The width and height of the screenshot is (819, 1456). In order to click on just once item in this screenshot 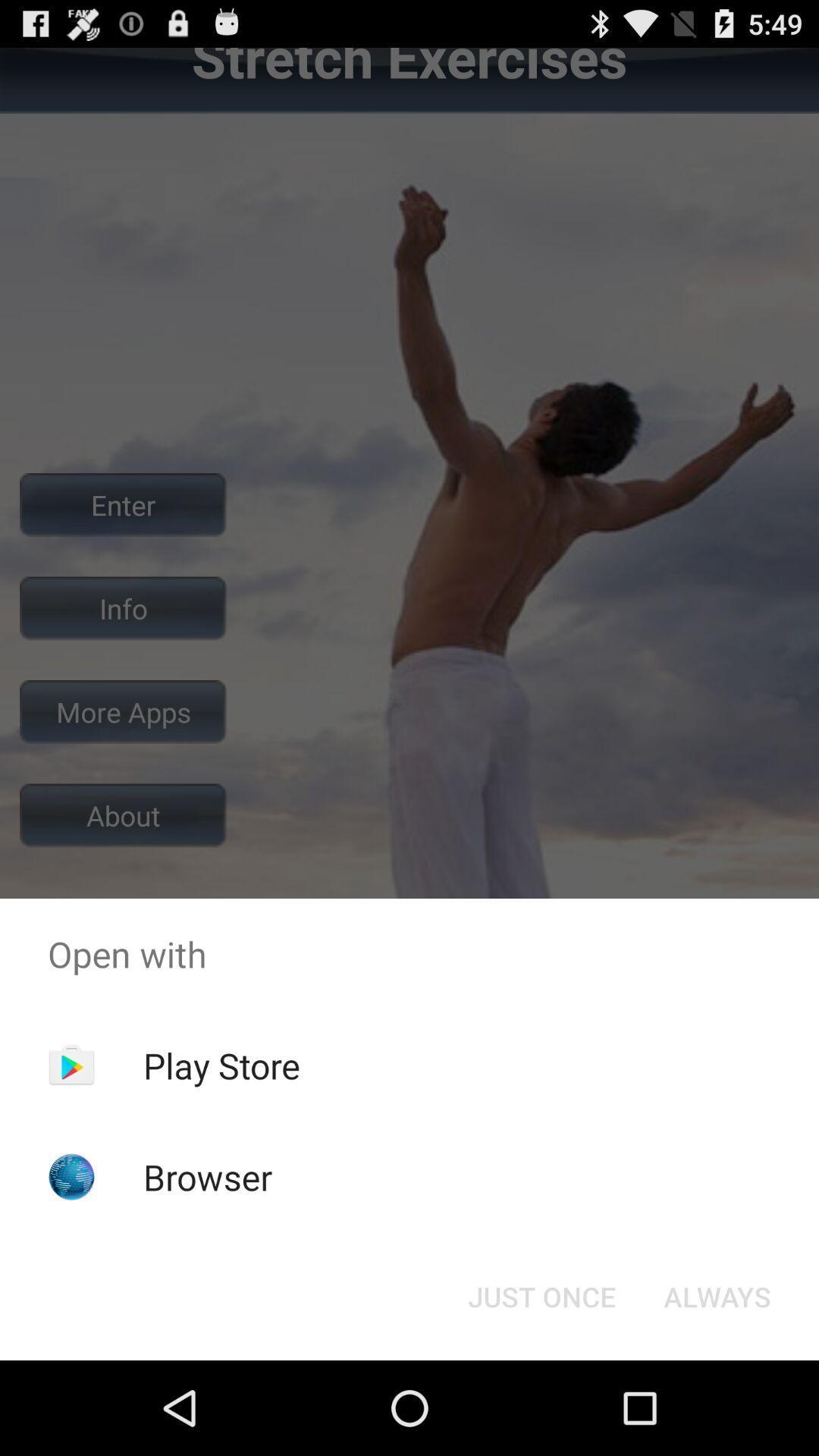, I will do `click(541, 1295)`.